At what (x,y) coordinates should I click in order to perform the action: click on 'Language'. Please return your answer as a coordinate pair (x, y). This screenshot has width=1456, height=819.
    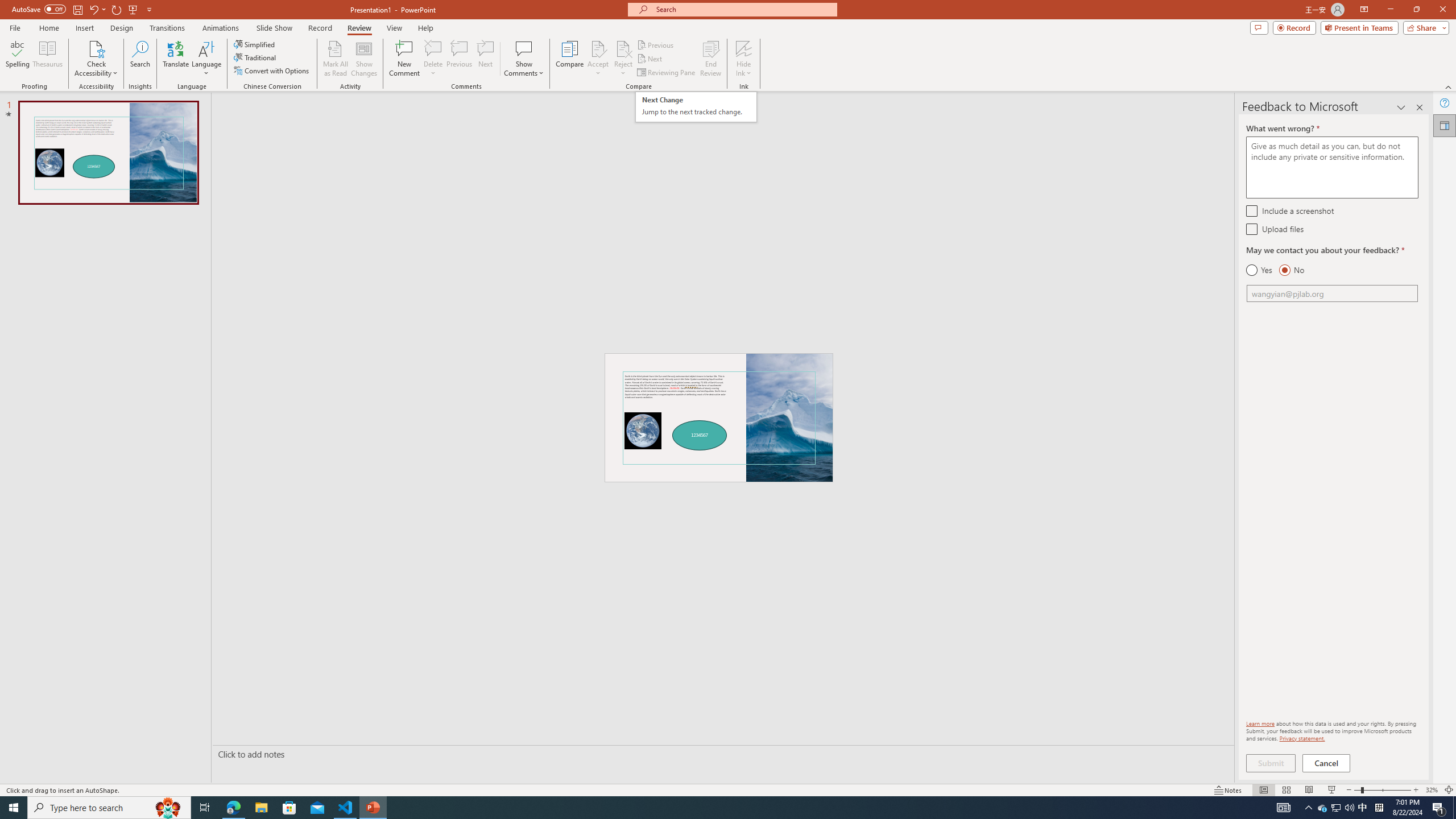
    Looking at the image, I should click on (206, 59).